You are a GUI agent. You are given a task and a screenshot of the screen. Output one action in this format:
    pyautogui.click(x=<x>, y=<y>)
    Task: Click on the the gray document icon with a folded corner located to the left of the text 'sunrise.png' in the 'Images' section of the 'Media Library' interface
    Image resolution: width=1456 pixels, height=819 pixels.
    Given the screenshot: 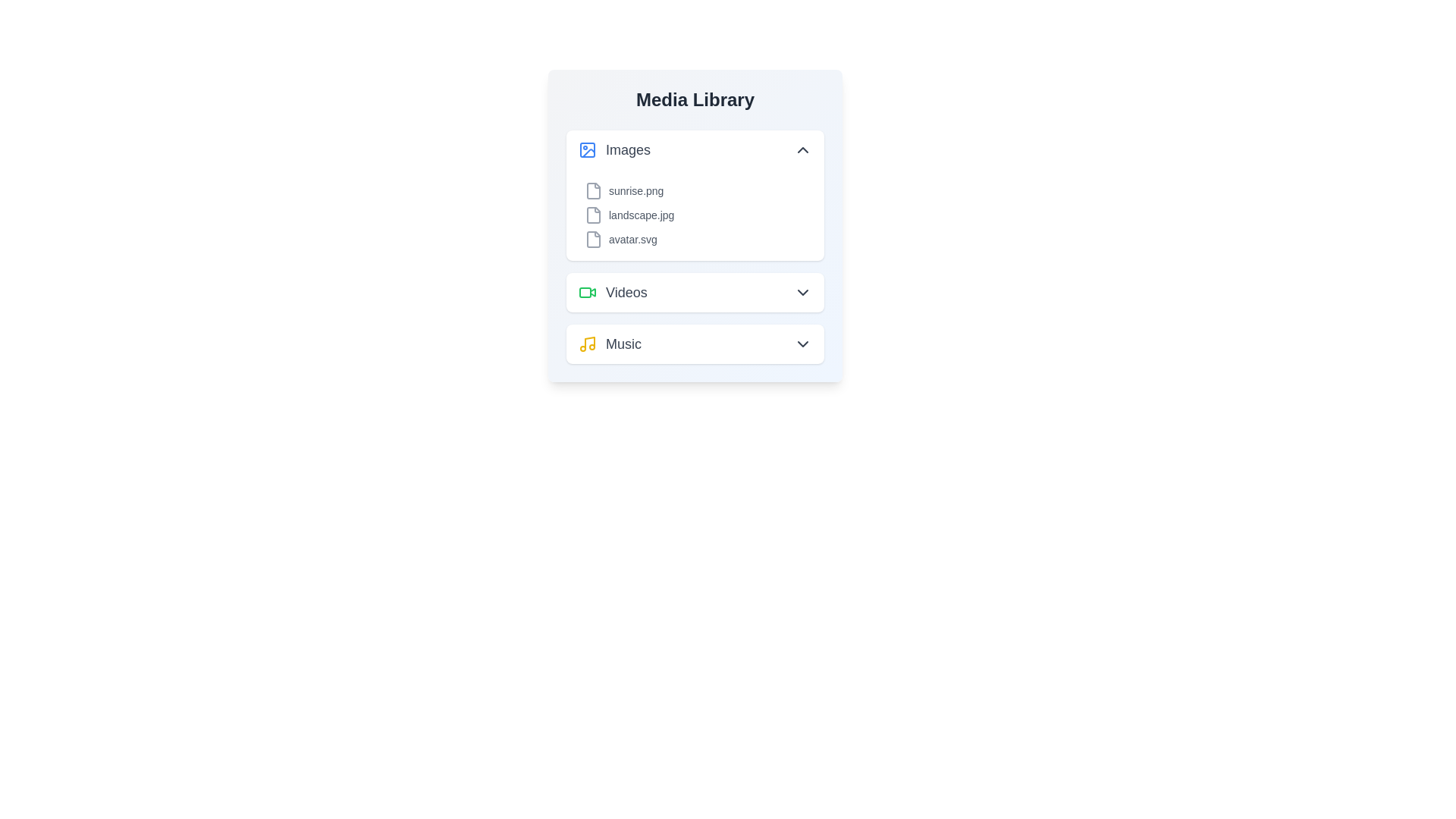 What is the action you would take?
    pyautogui.click(x=592, y=190)
    